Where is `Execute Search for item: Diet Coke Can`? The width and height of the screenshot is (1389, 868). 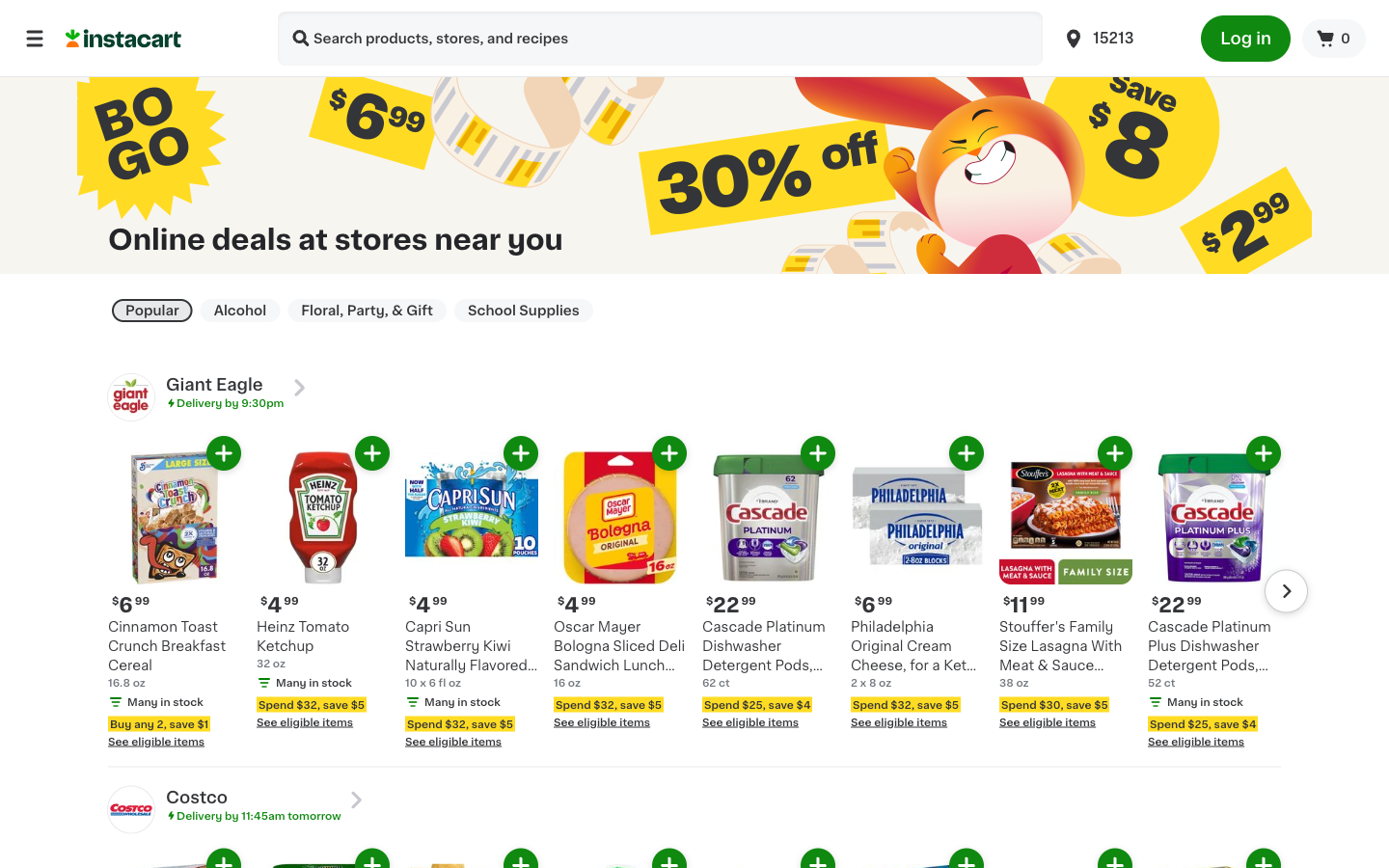 Execute Search for item: Diet Coke Can is located at coordinates (301, 40).